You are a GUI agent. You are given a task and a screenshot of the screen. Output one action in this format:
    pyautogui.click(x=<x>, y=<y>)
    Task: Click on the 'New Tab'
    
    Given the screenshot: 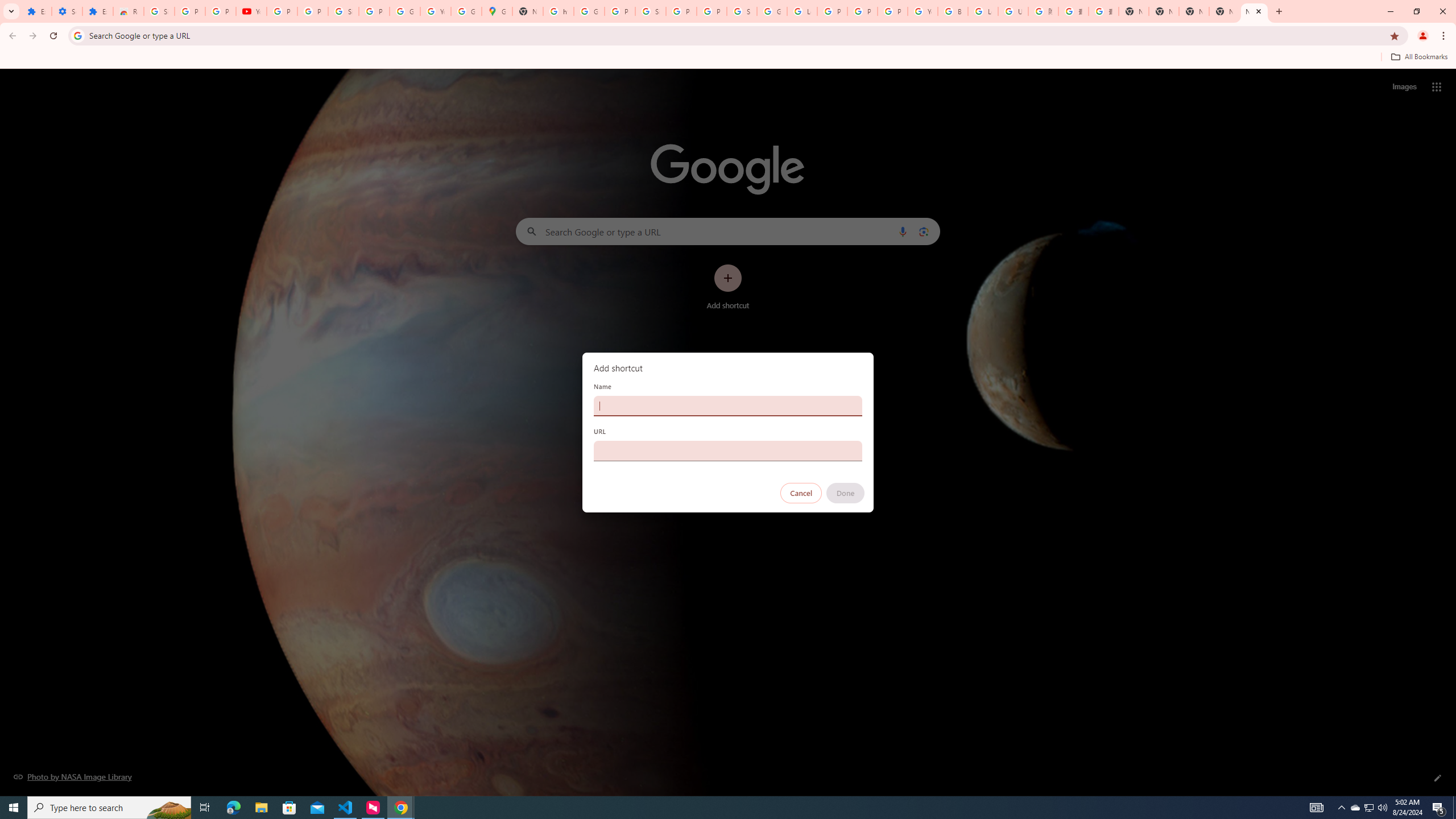 What is the action you would take?
    pyautogui.click(x=1254, y=11)
    